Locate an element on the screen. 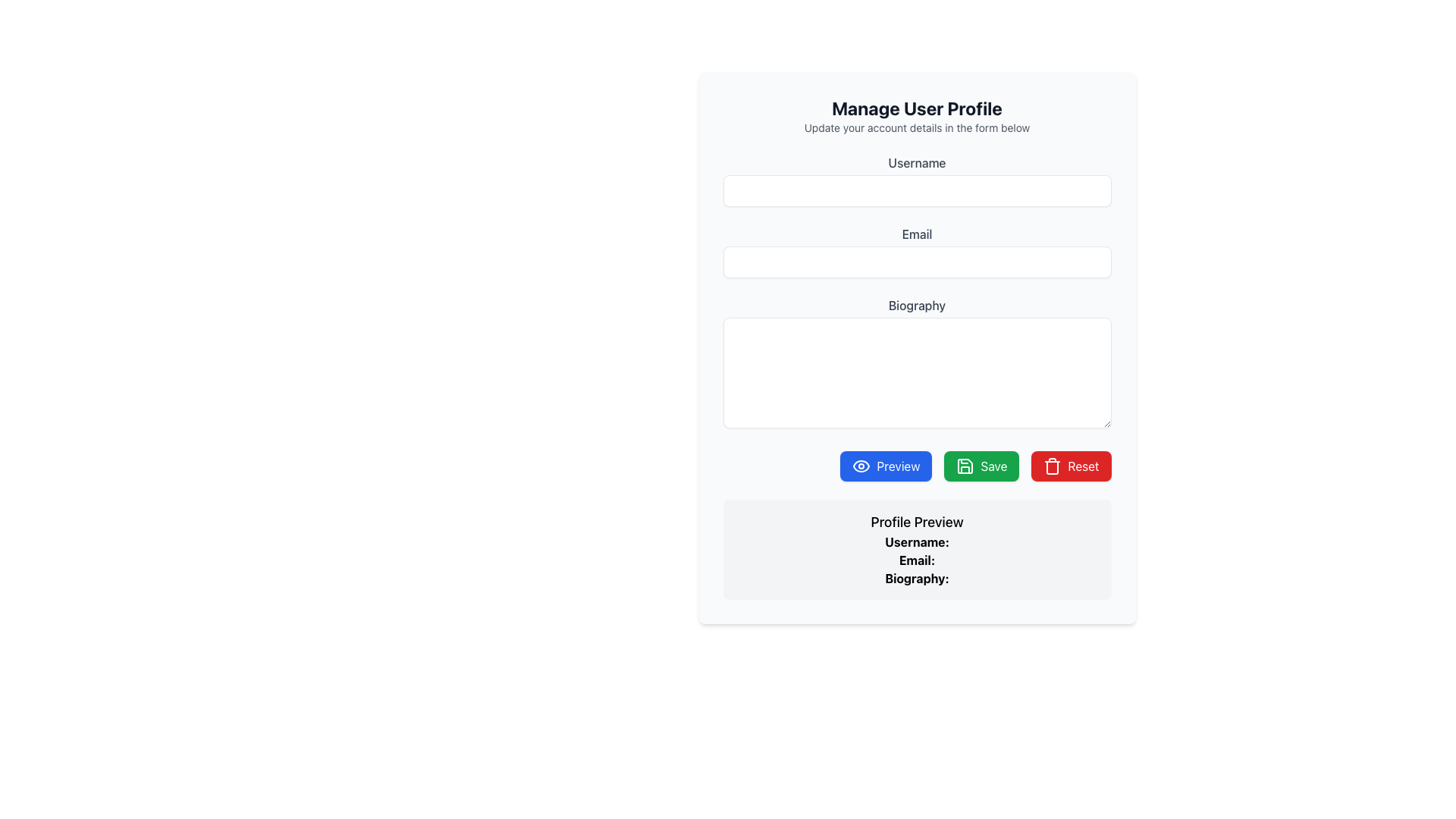  the 'Profile Preview' heading, which is a bold, medium-large static text element styled in sans-serif font, located at the top of the user details section is located at coordinates (916, 522).